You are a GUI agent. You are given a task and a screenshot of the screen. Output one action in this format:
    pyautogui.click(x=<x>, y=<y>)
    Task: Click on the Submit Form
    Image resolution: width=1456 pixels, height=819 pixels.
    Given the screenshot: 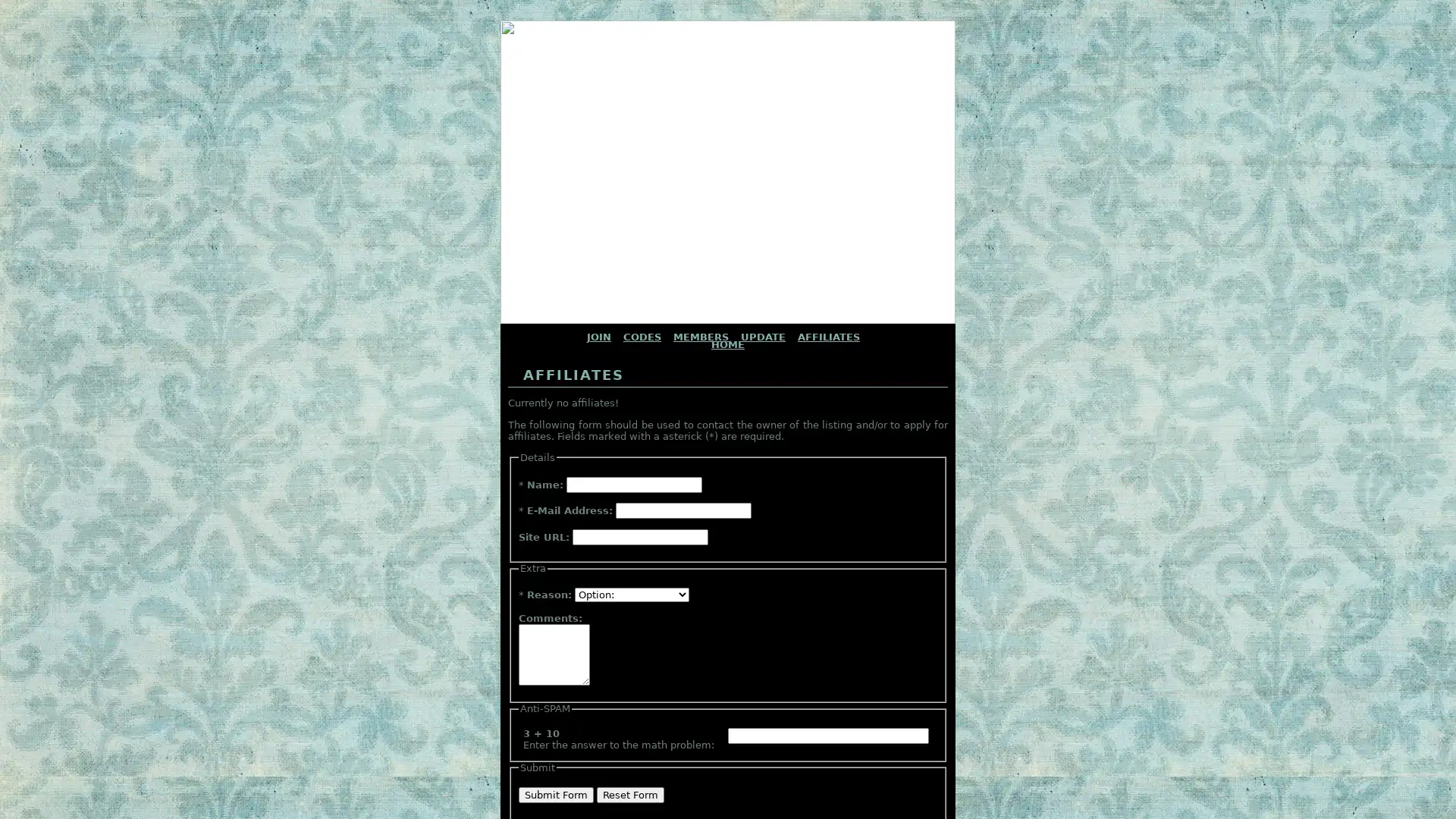 What is the action you would take?
    pyautogui.click(x=555, y=793)
    